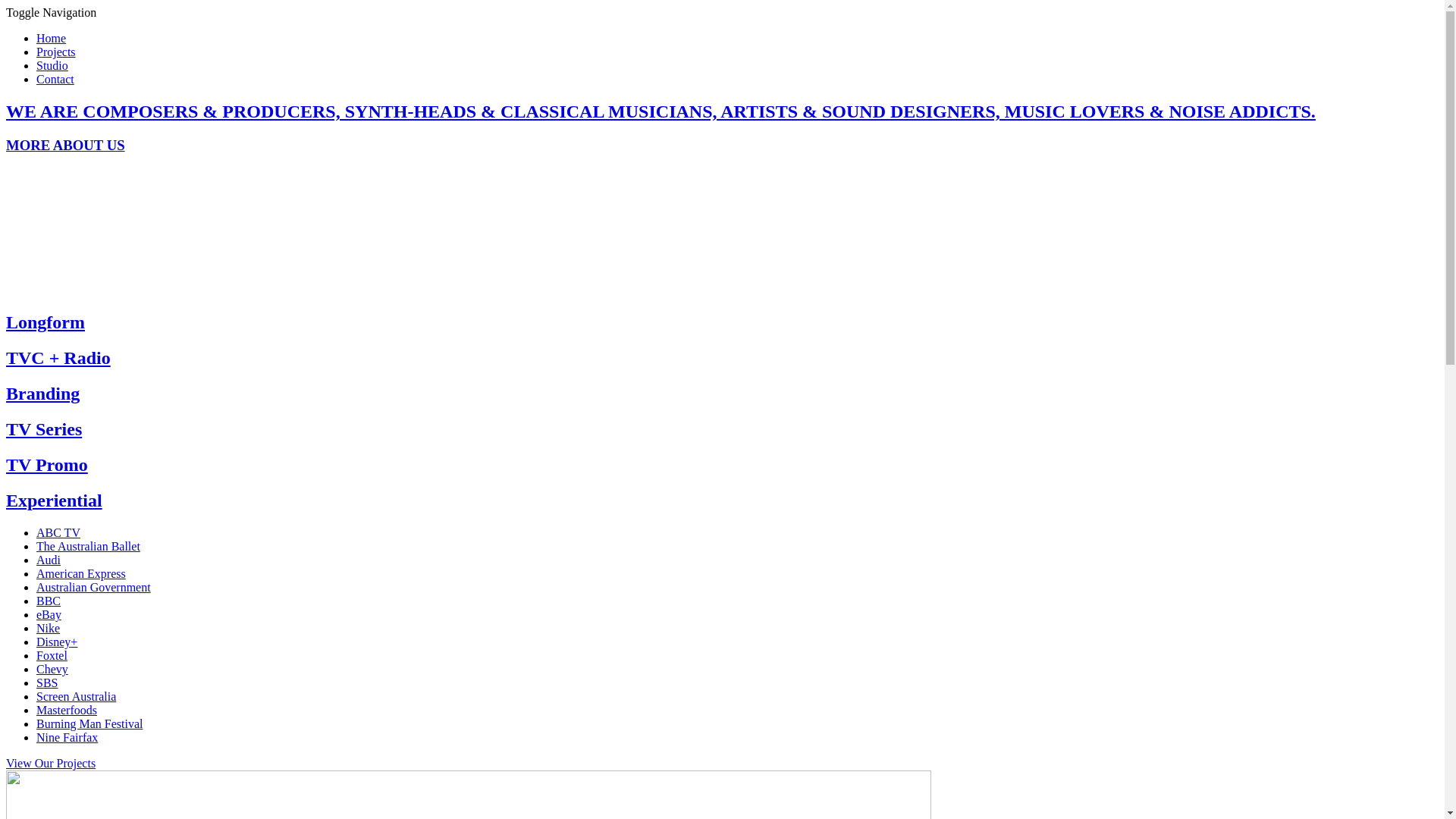 This screenshot has height=819, width=1456. Describe the element at coordinates (80, 573) in the screenshot. I see `'American Express'` at that location.